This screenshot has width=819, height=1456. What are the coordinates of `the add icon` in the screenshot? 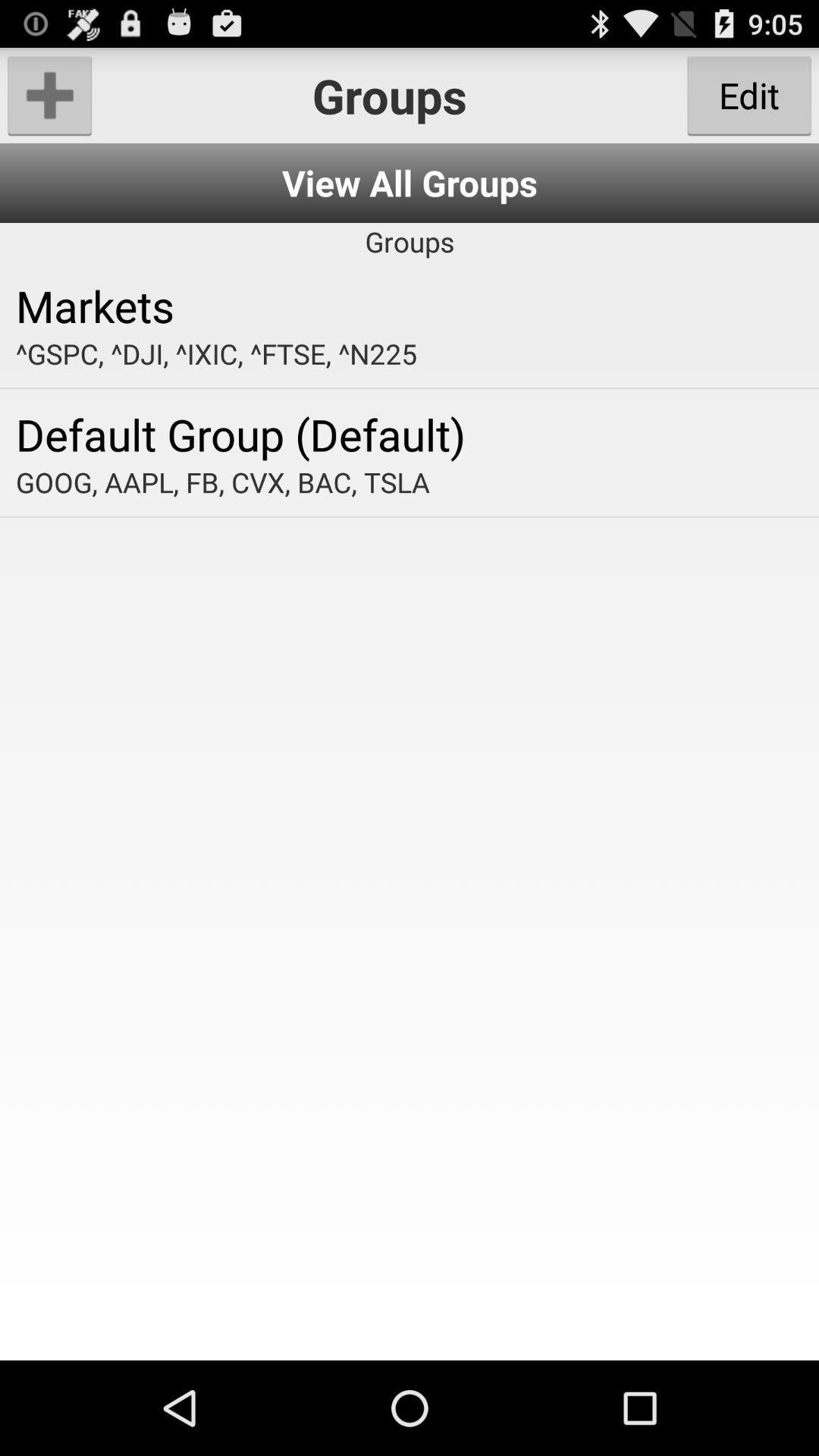 It's located at (49, 101).